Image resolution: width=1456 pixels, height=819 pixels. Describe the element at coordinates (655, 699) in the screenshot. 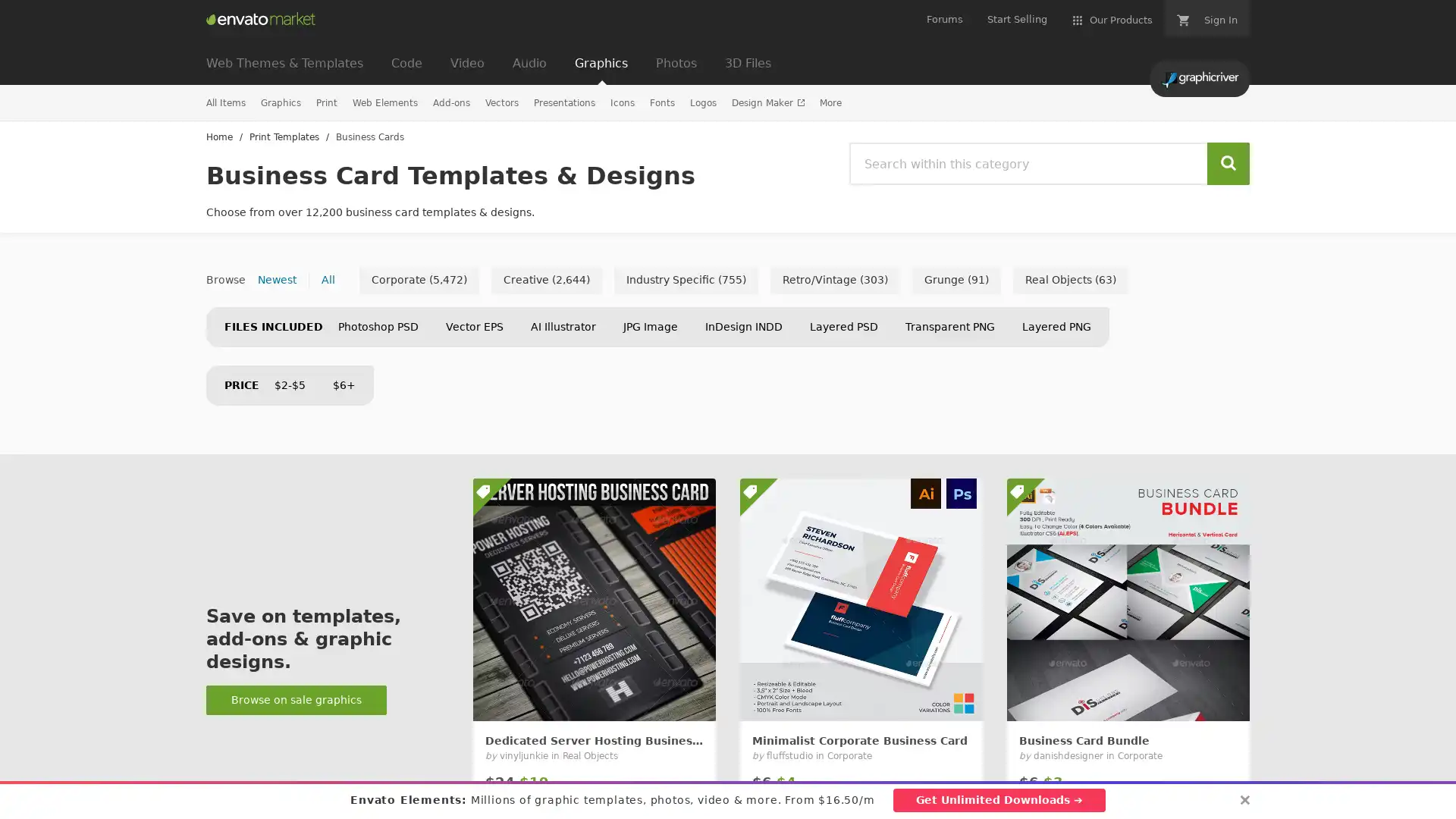

I see `Add to collection` at that location.